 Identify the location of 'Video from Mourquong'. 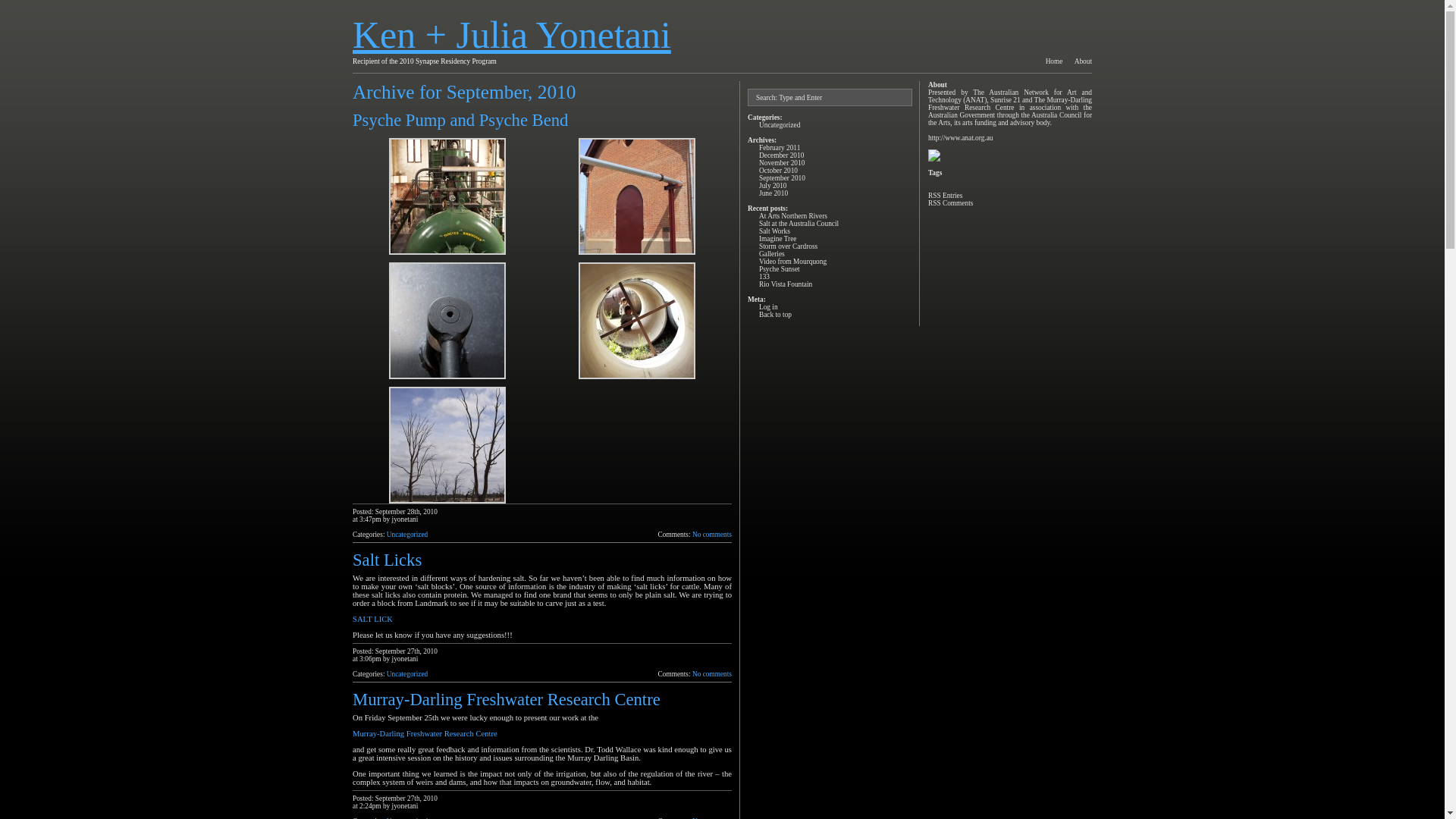
(792, 260).